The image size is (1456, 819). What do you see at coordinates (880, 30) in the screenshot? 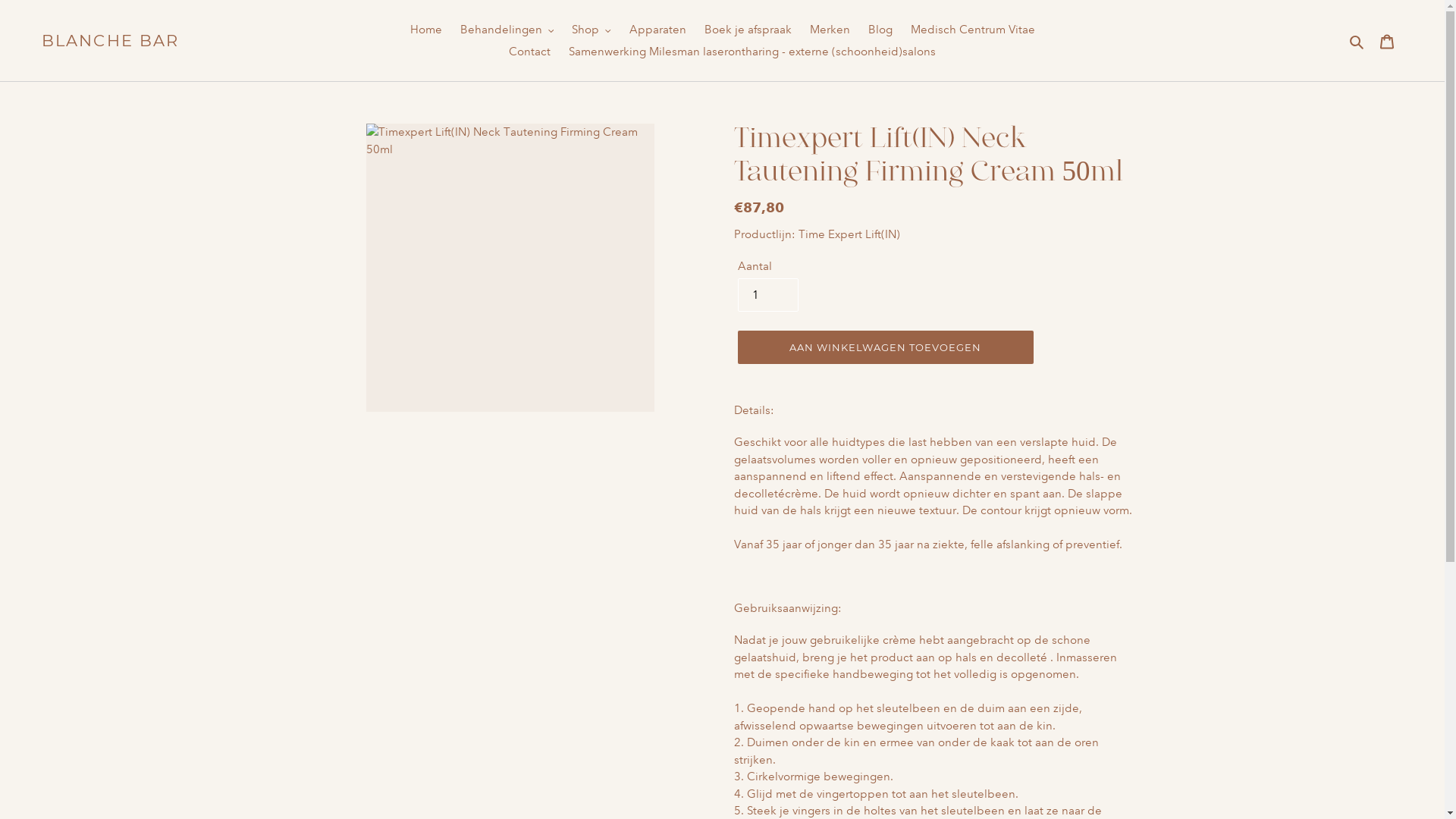
I see `'Blog'` at bounding box center [880, 30].